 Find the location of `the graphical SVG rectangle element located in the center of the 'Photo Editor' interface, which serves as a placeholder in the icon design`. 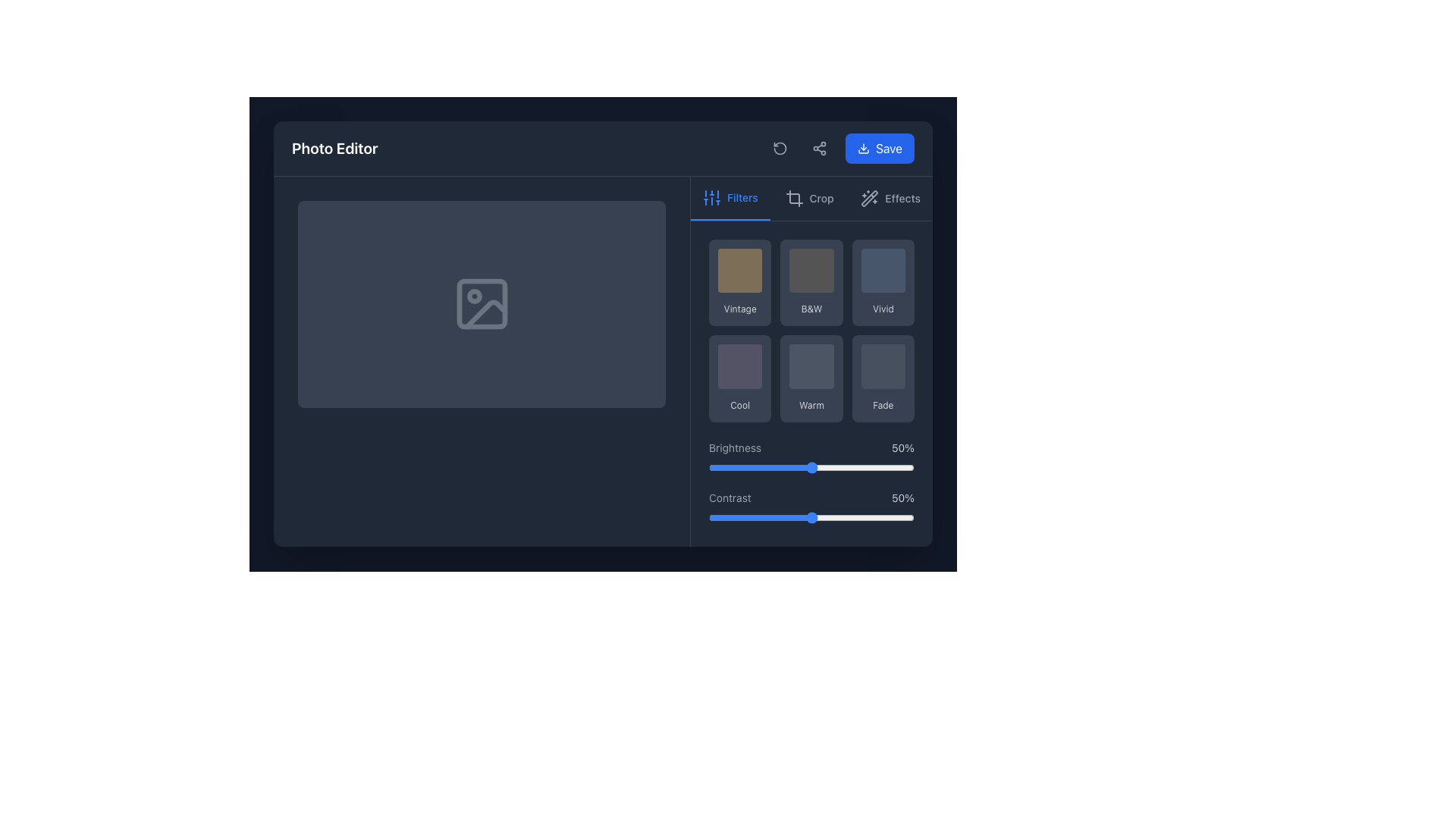

the graphical SVG rectangle element located in the center of the 'Photo Editor' interface, which serves as a placeholder in the icon design is located at coordinates (481, 304).